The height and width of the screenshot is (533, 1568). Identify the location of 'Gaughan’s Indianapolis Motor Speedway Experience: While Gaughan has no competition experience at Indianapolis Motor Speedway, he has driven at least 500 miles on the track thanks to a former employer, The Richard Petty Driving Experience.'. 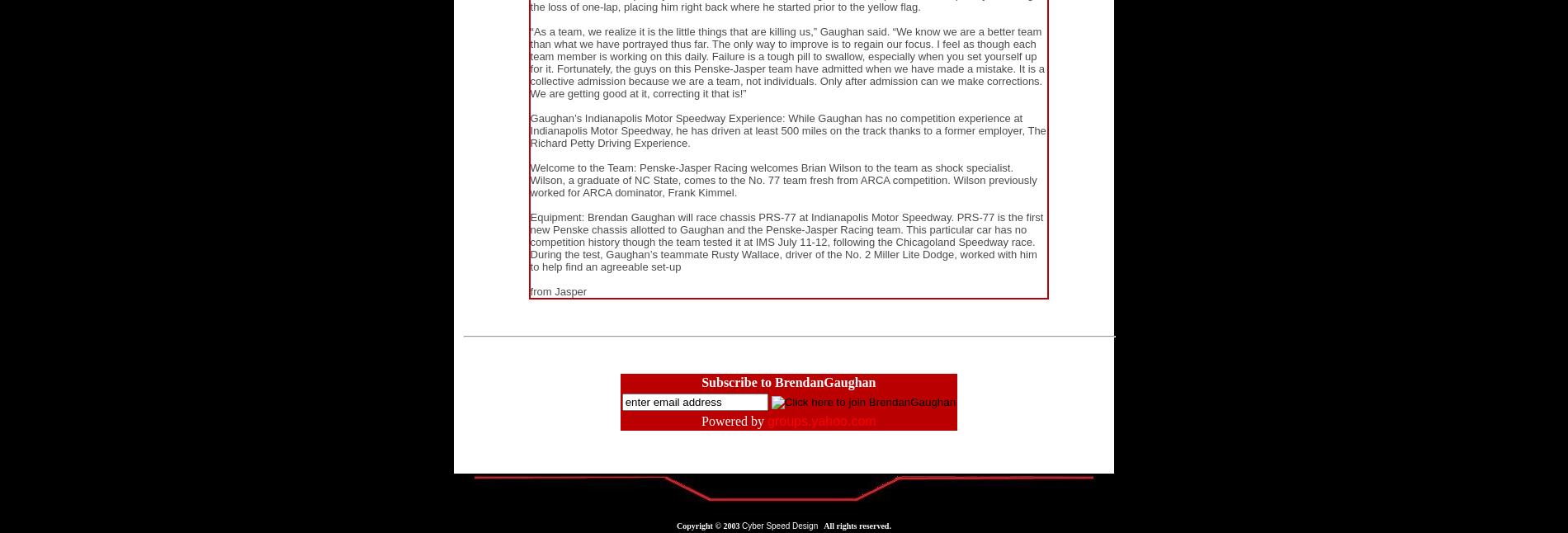
(787, 130).